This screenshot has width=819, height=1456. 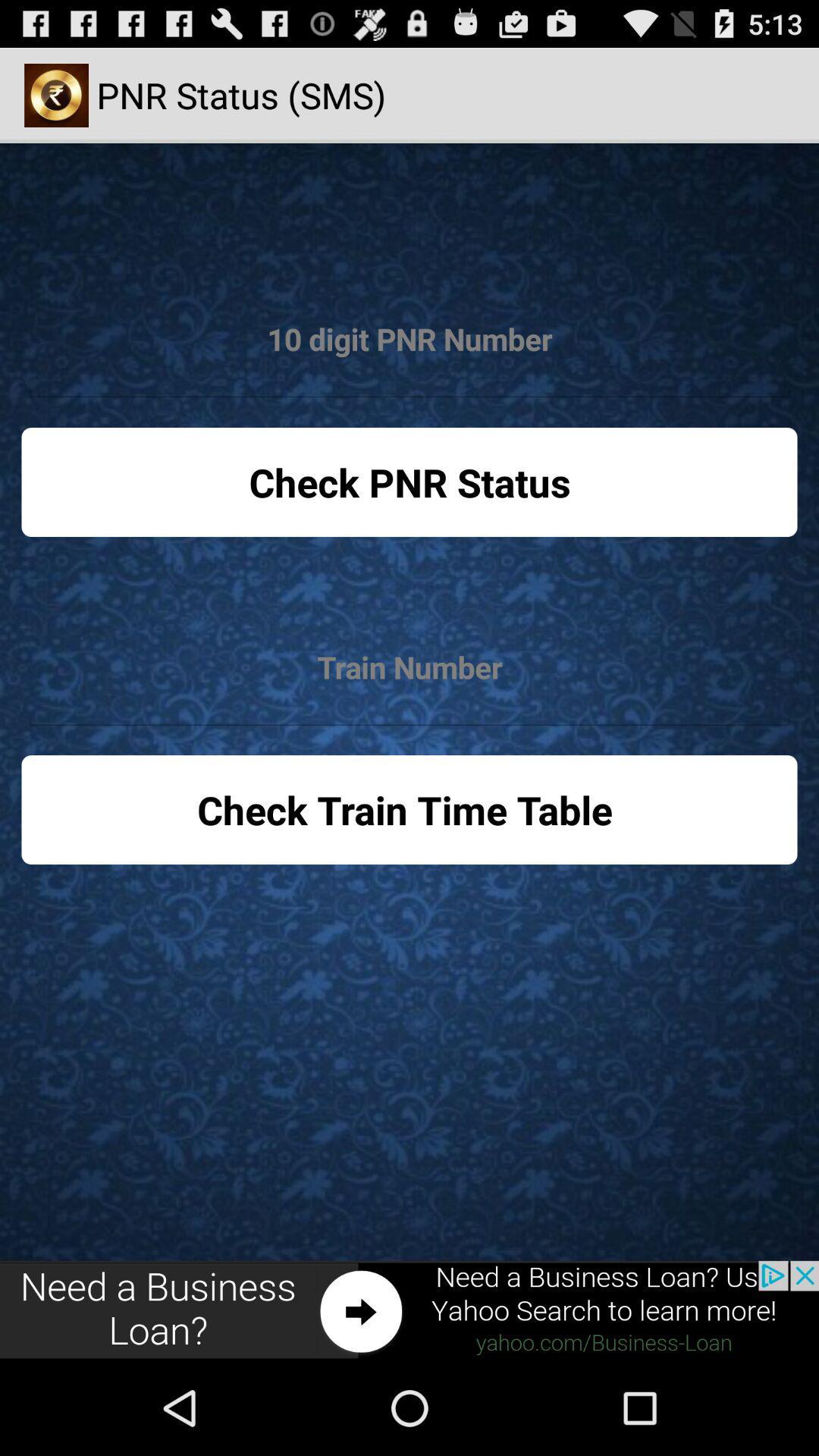 What do you see at coordinates (409, 339) in the screenshot?
I see `input text` at bounding box center [409, 339].